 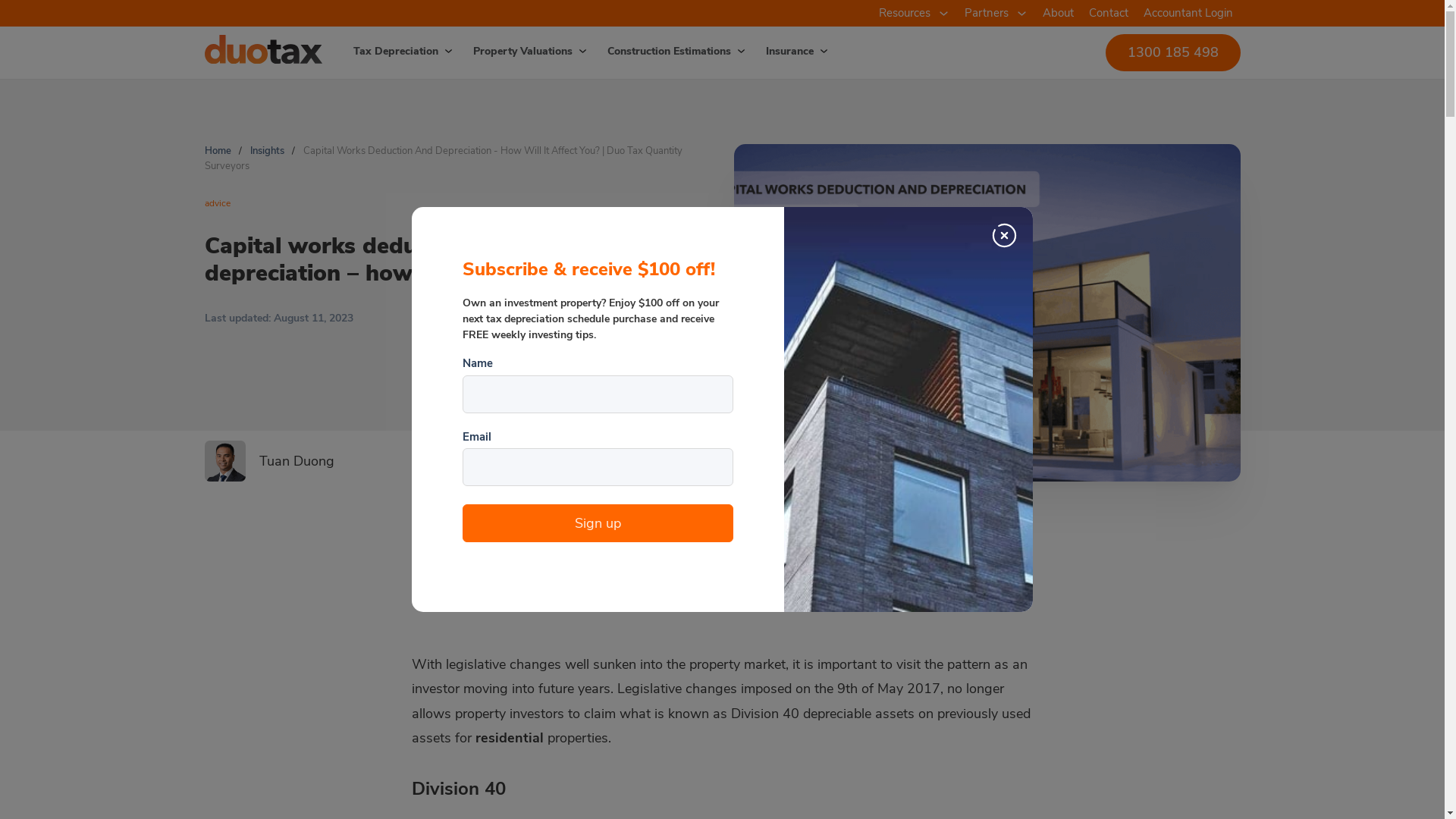 I want to click on 'Partners', so click(x=986, y=13).